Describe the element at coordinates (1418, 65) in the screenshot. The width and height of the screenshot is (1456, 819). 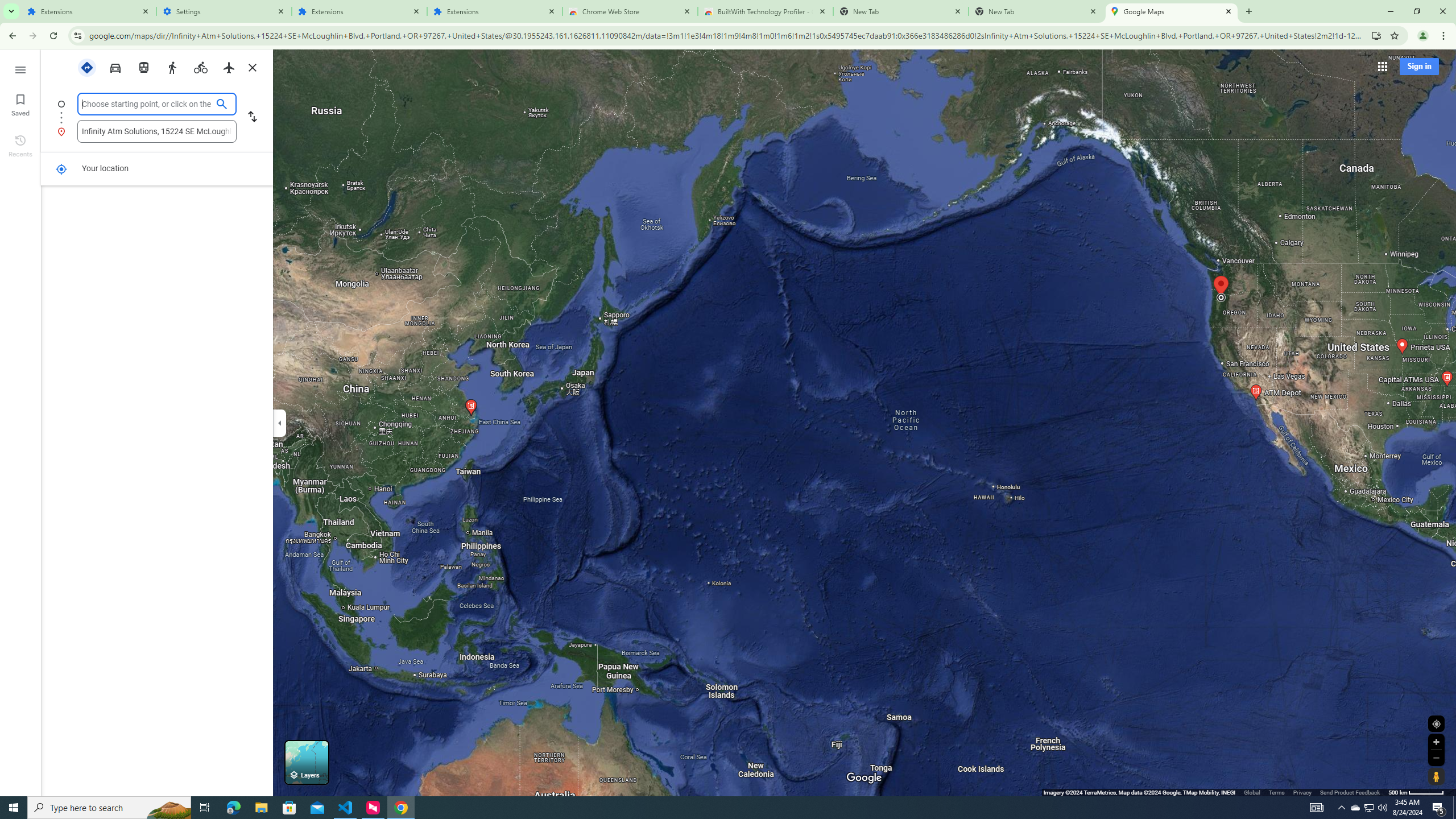
I see `'Sign in'` at that location.